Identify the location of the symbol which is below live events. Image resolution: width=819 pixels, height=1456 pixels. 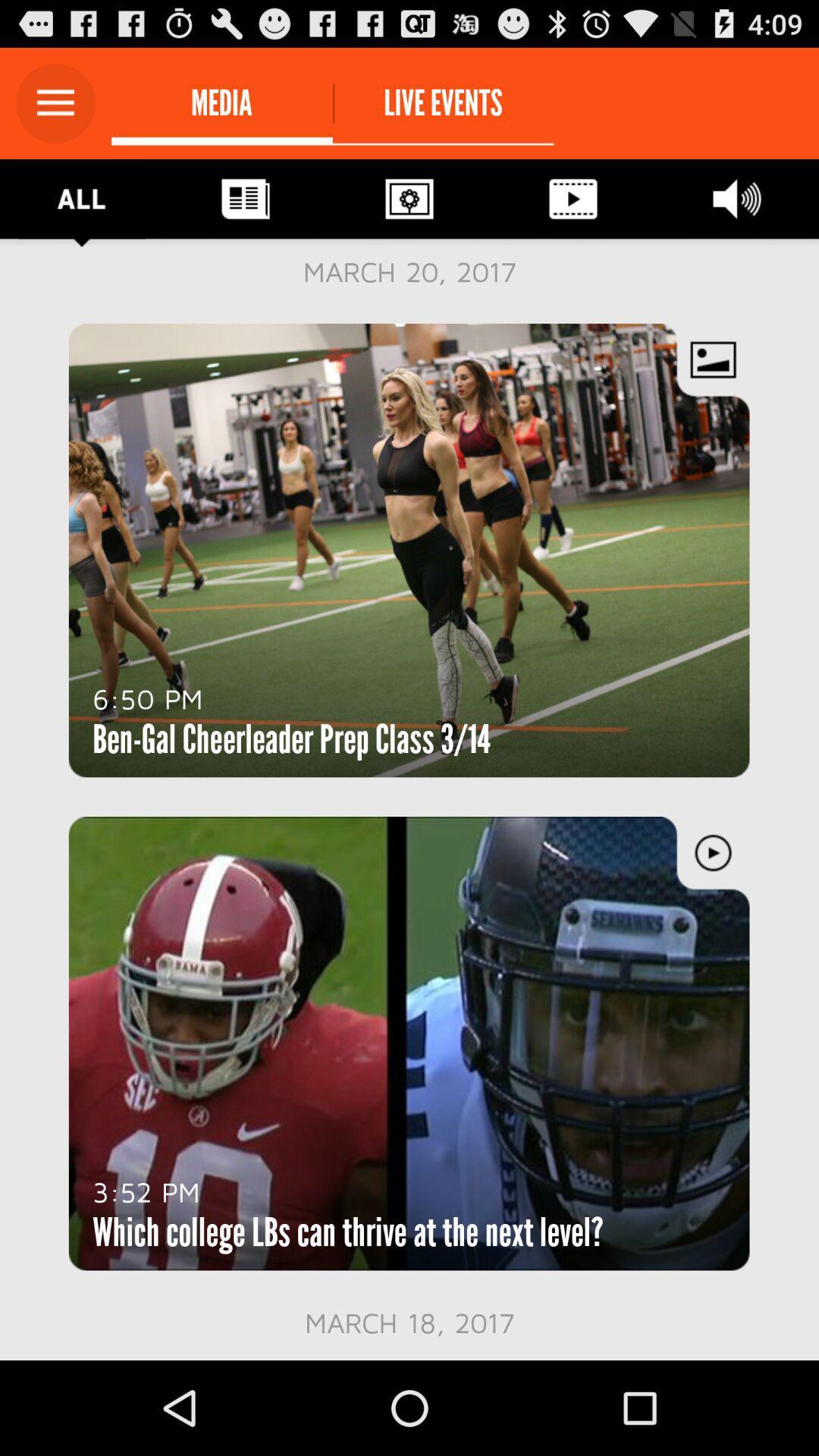
(409, 199).